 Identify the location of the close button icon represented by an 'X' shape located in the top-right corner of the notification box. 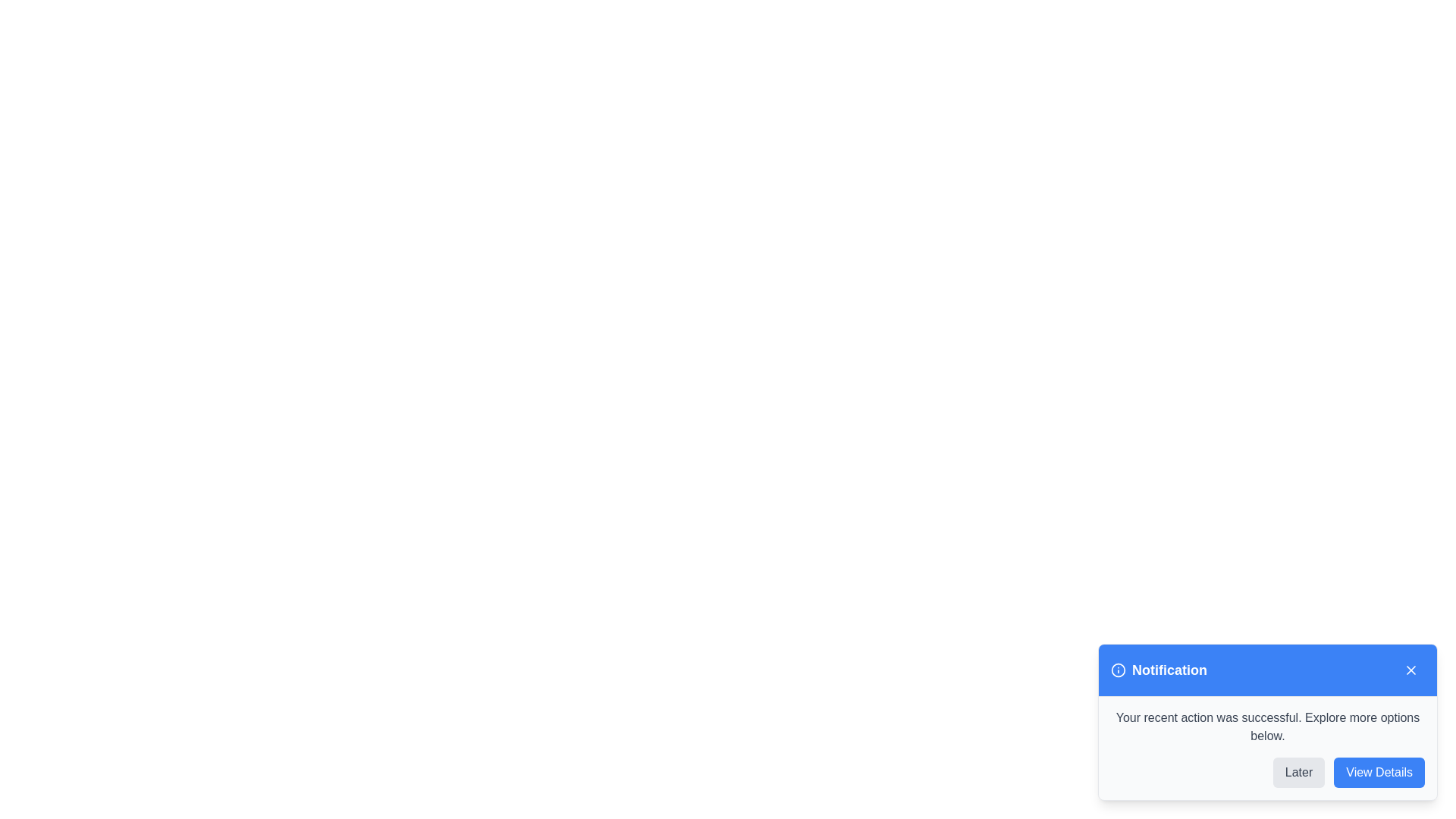
(1410, 669).